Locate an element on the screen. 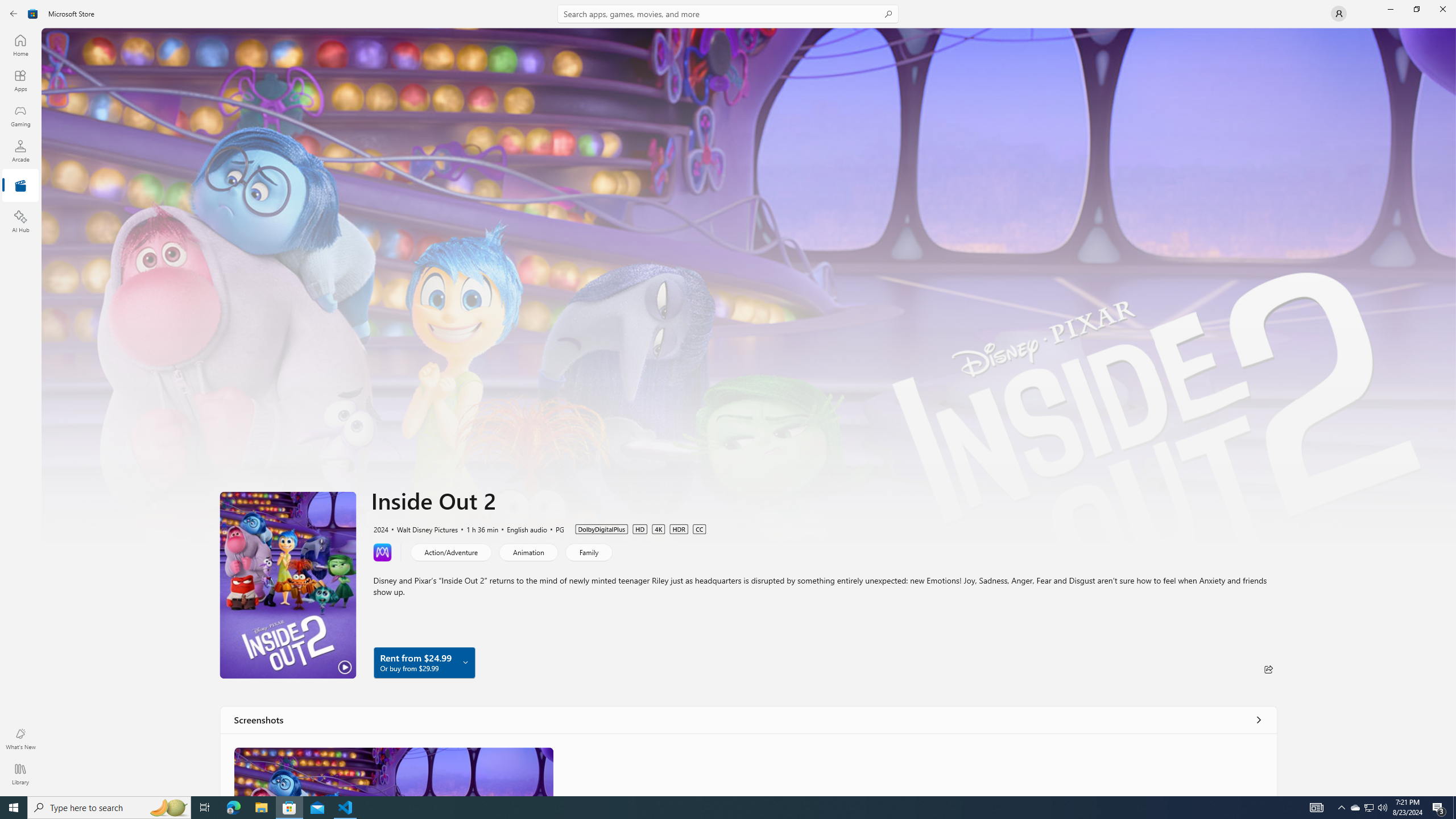  'Restore Microsoft Store' is located at coordinates (1416, 9).